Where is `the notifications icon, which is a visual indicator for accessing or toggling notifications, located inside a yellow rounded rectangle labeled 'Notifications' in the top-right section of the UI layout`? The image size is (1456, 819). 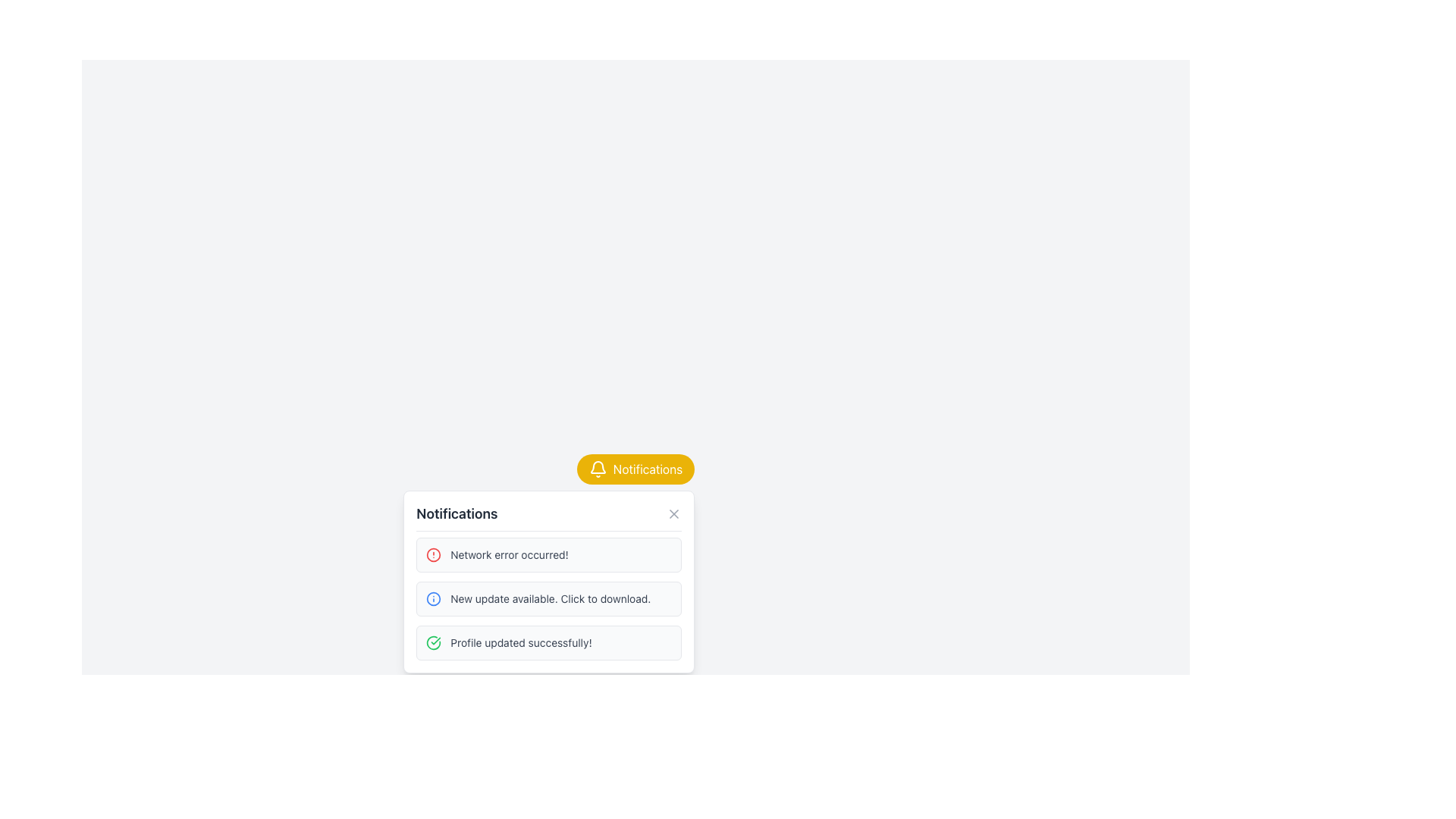 the notifications icon, which is a visual indicator for accessing or toggling notifications, located inside a yellow rounded rectangle labeled 'Notifications' in the top-right section of the UI layout is located at coordinates (597, 468).